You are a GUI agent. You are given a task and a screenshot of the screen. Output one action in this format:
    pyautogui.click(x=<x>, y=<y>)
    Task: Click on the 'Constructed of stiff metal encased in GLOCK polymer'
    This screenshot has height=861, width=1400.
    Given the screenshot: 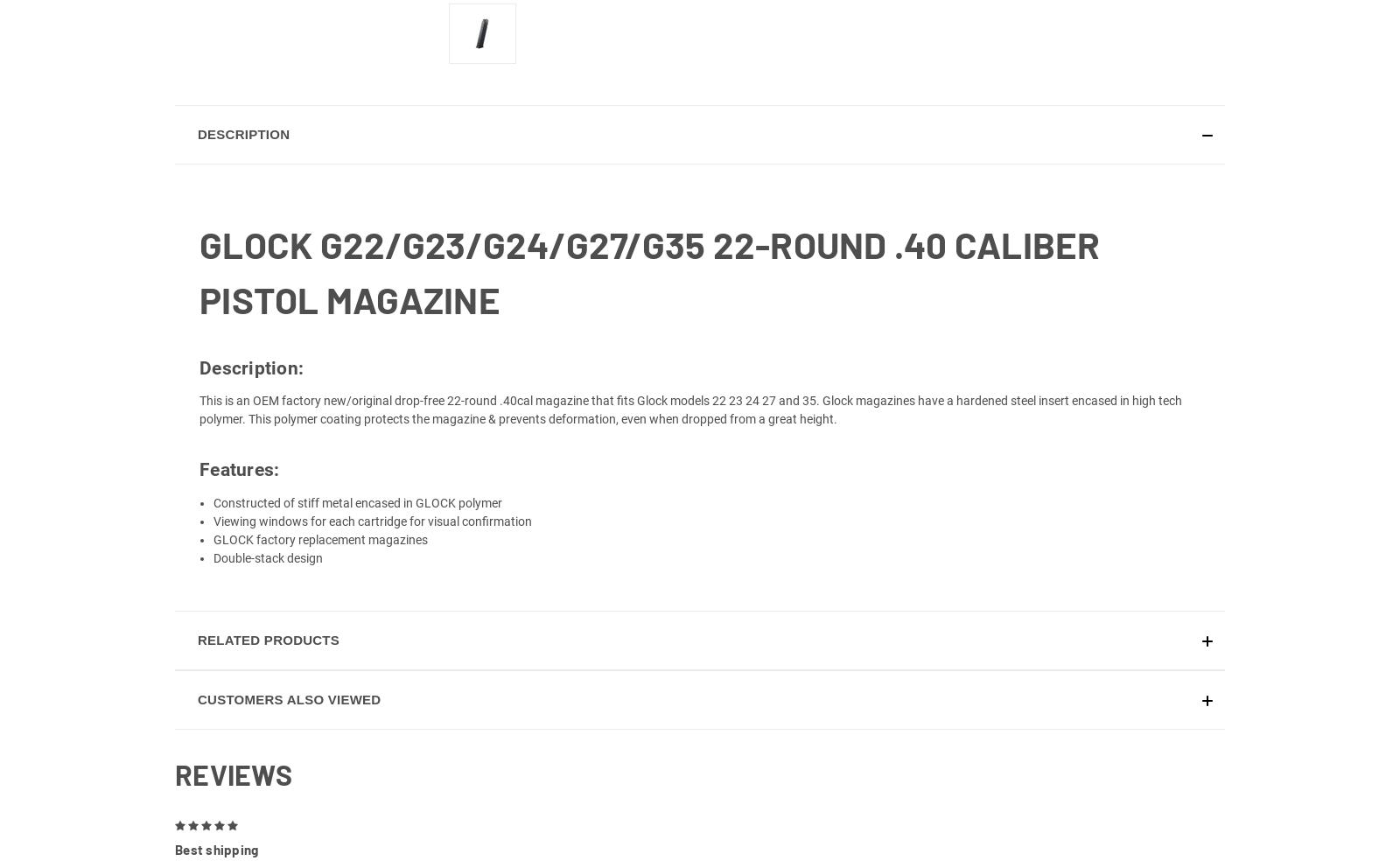 What is the action you would take?
    pyautogui.click(x=356, y=521)
    